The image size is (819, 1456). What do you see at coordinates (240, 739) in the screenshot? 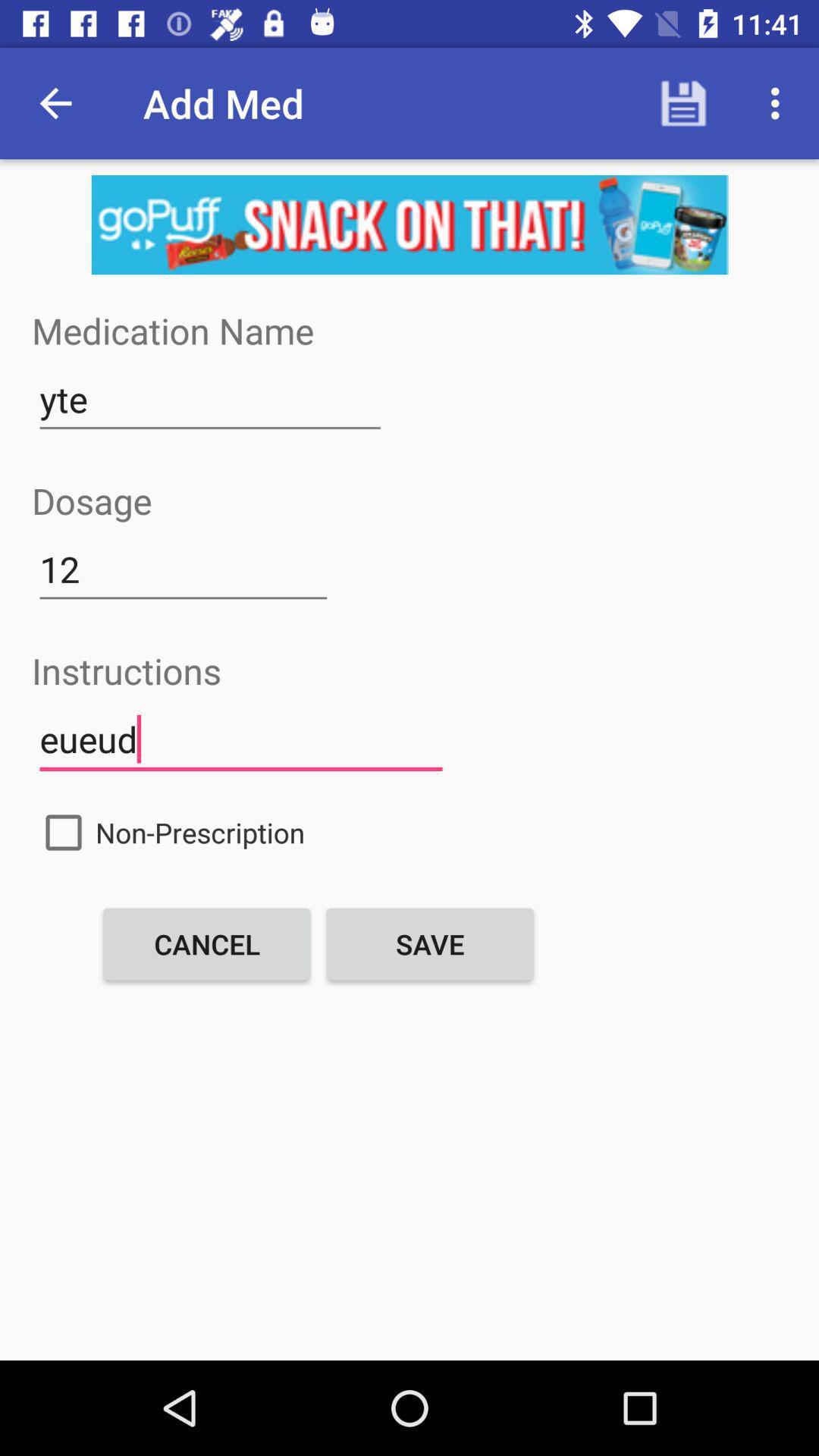
I see `the text area which says instructions` at bounding box center [240, 739].